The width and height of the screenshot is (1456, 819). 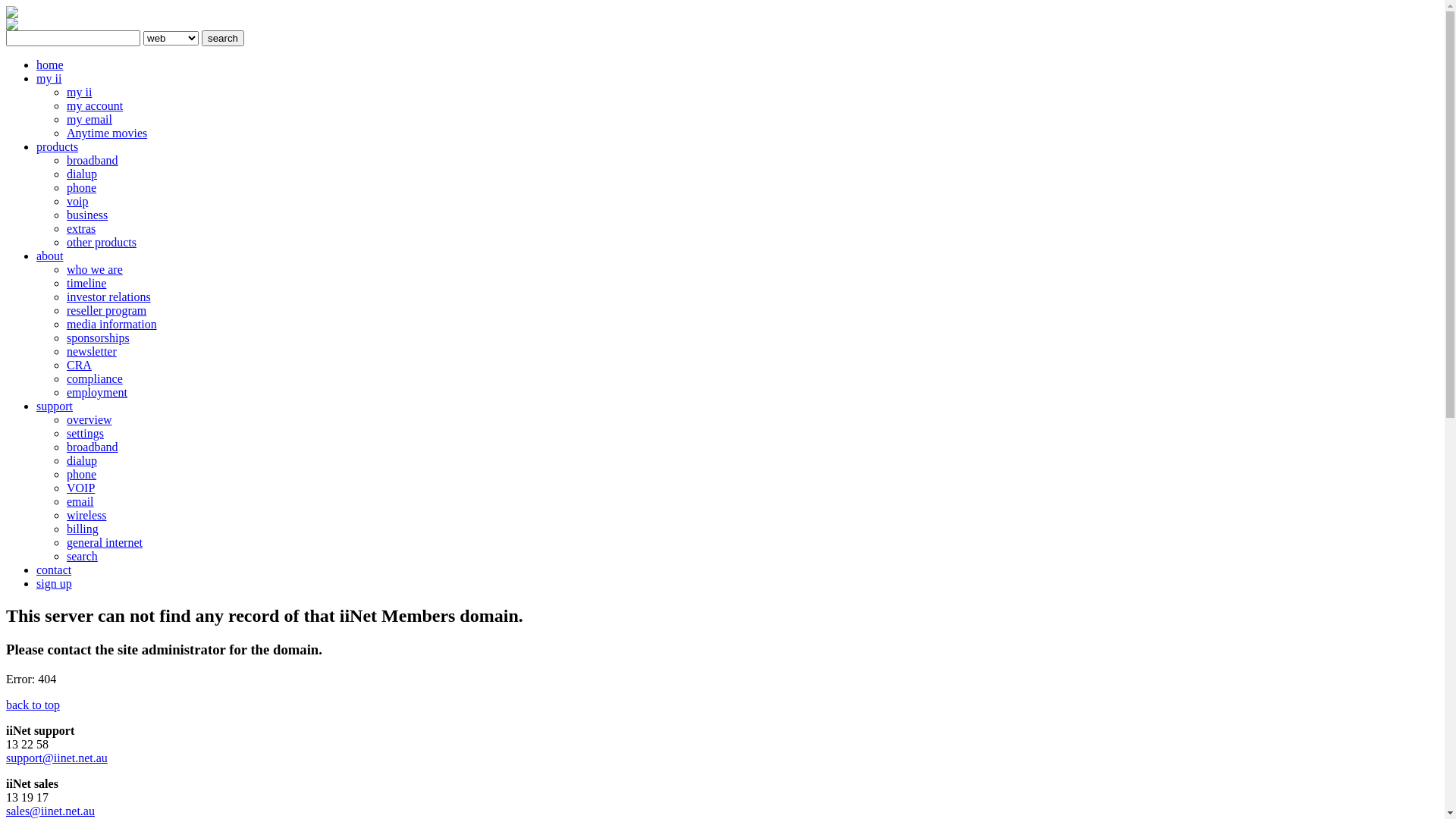 What do you see at coordinates (65, 419) in the screenshot?
I see `'overview'` at bounding box center [65, 419].